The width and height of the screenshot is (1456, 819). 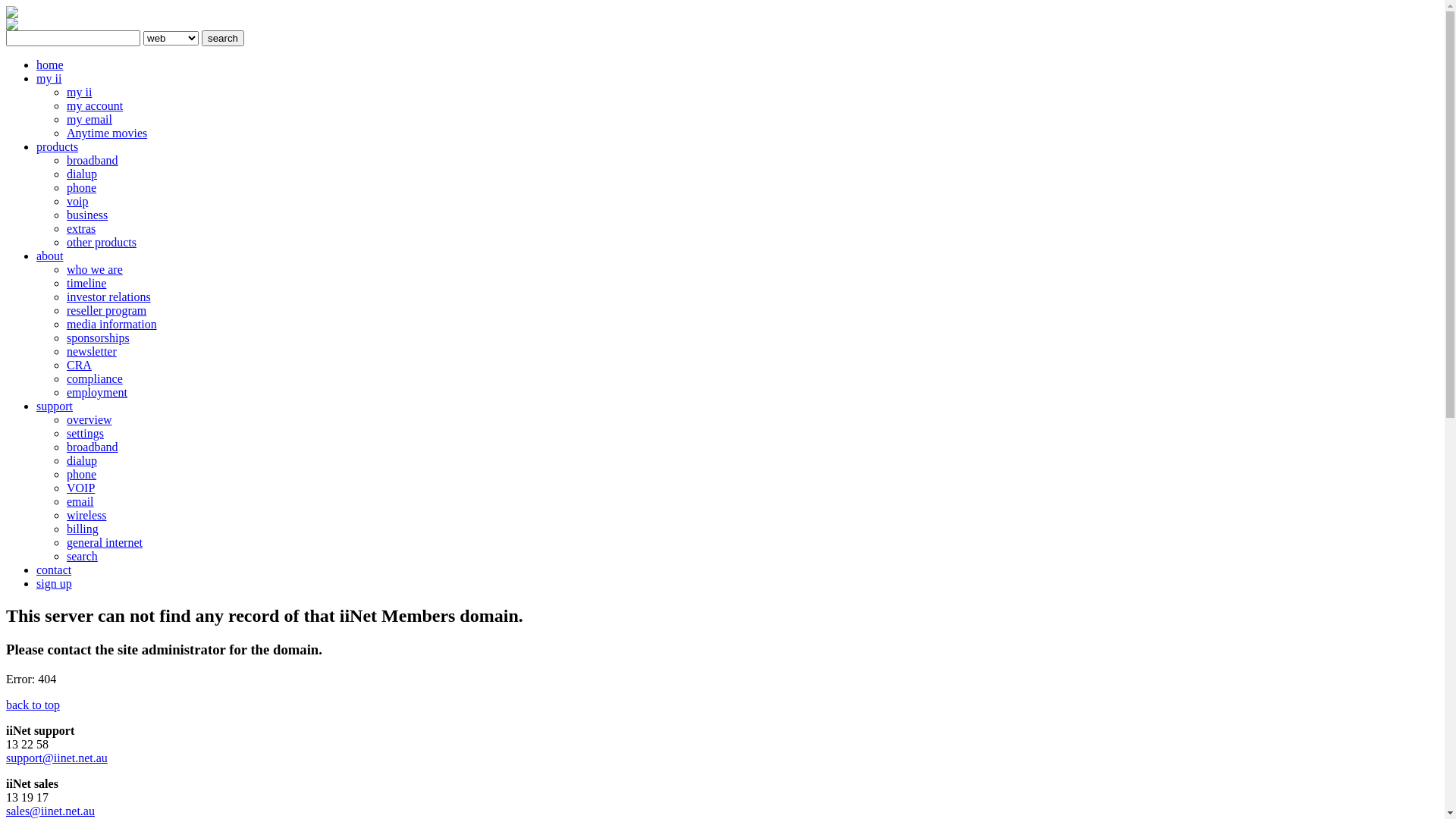 What do you see at coordinates (65, 419) in the screenshot?
I see `'overview'` at bounding box center [65, 419].